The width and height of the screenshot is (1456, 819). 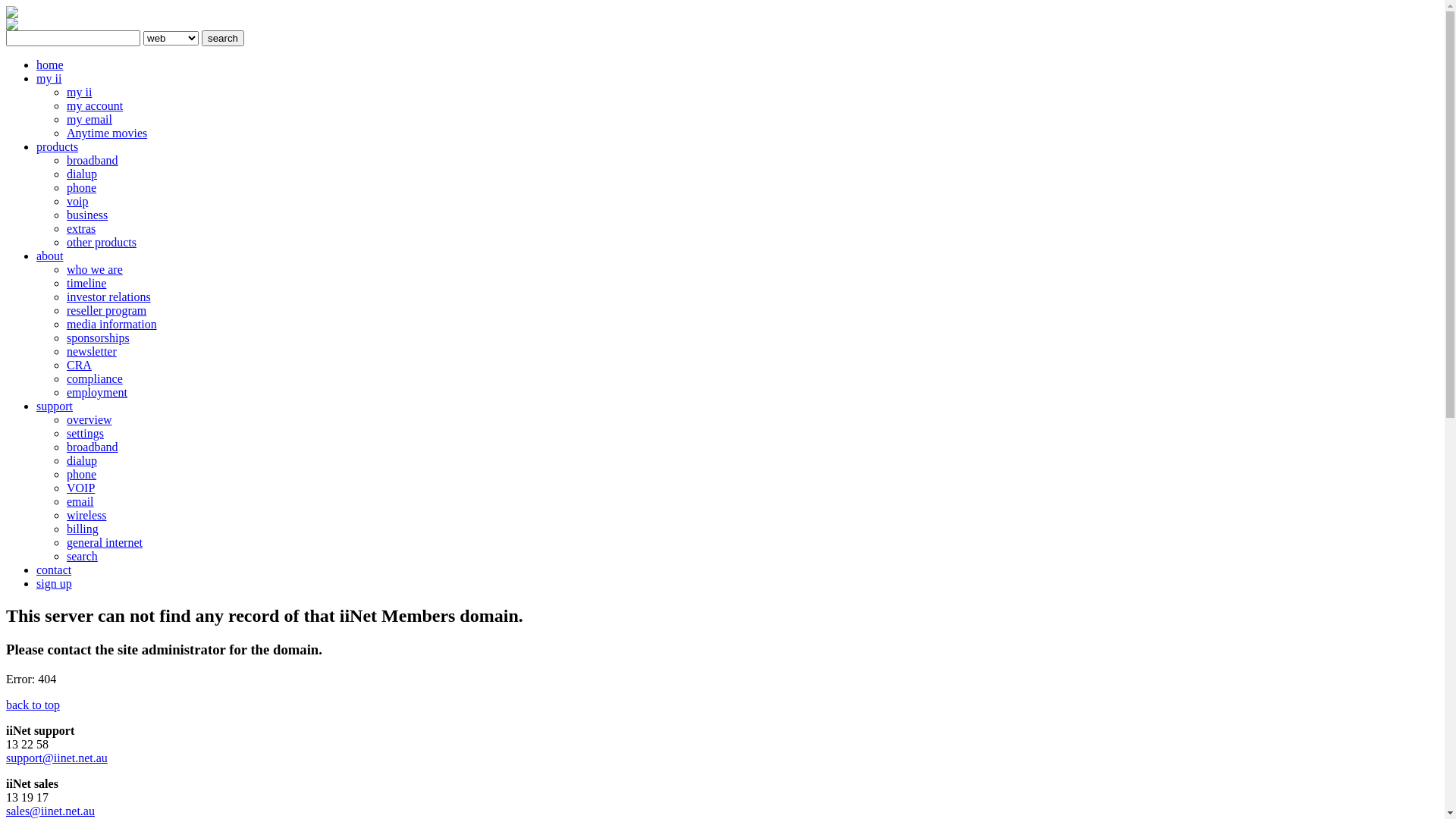 What do you see at coordinates (65, 419) in the screenshot?
I see `'overview'` at bounding box center [65, 419].